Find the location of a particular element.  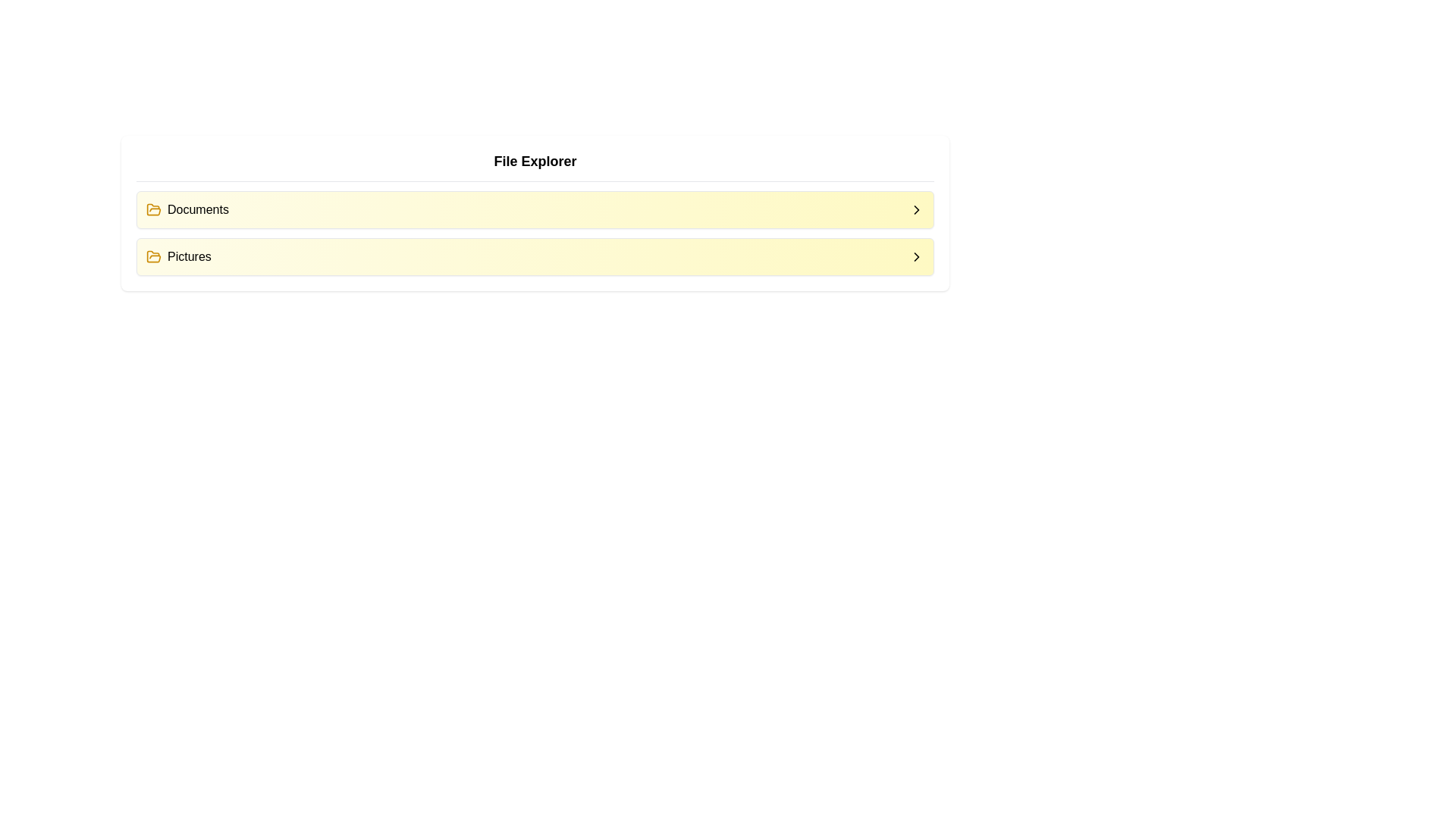

the second interactive list item labeled 'Pictures' in the File Explorer section is located at coordinates (535, 256).